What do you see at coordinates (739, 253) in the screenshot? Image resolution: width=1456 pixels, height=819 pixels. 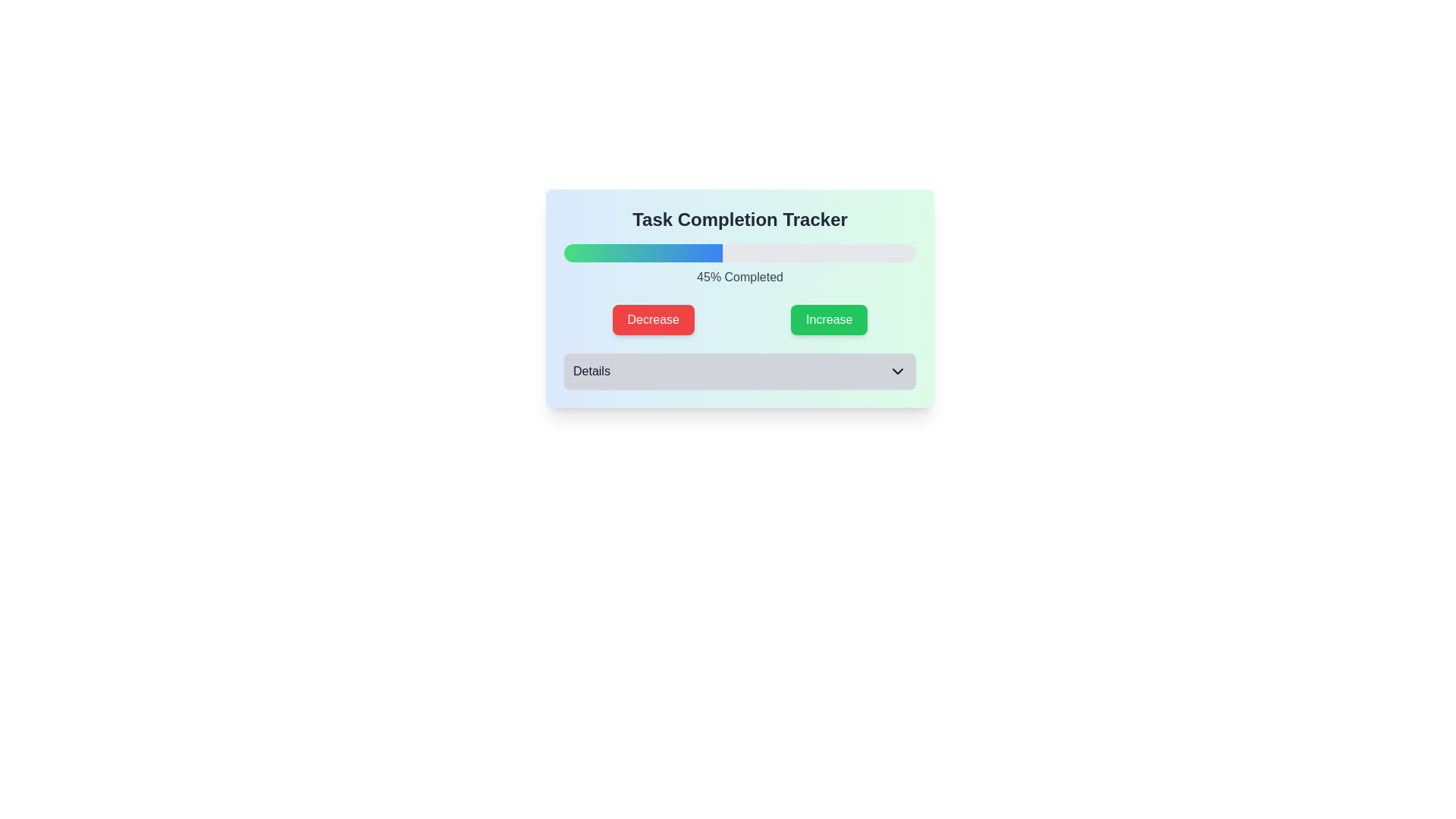 I see `the horizontal progress bar in the 'Task Completion Tracker' card, which has a gradient fill from green to blue and indicates 45% completion` at bounding box center [739, 253].